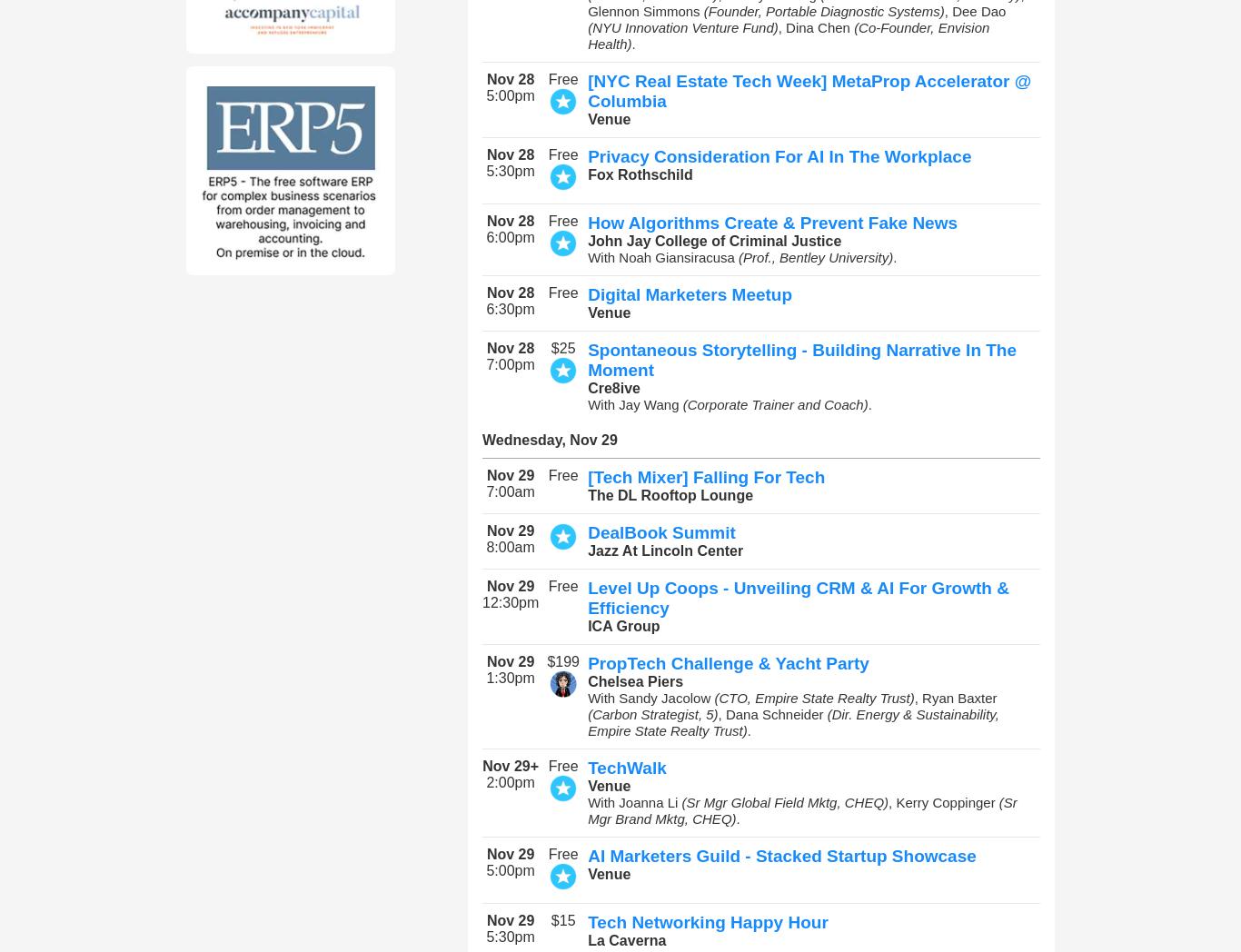  What do you see at coordinates (800, 809) in the screenshot?
I see `'(Sr Mgr Brand Mktg, CHEQ)'` at bounding box center [800, 809].